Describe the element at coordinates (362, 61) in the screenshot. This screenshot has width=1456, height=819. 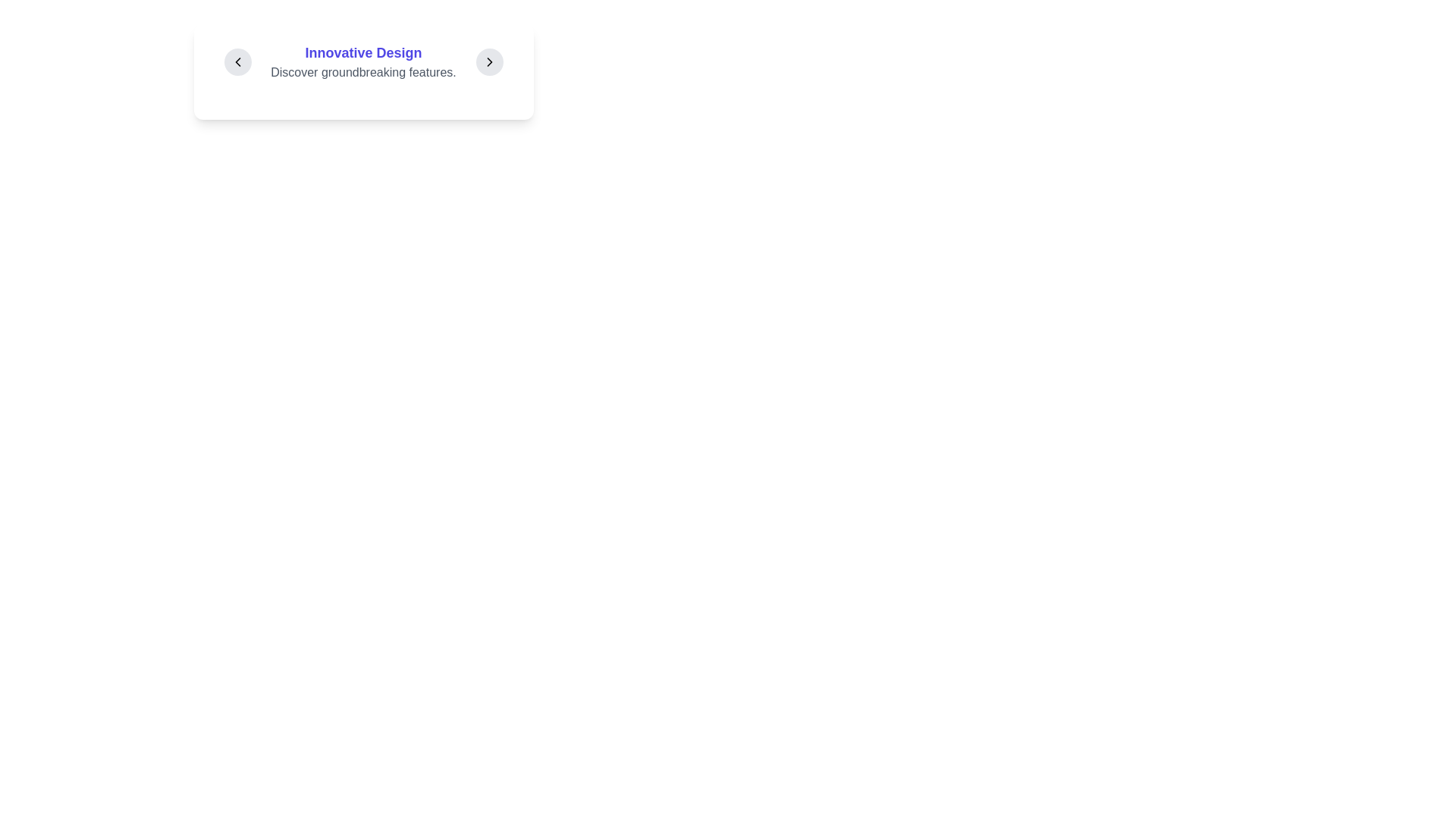
I see `the prominent text block that contains the bold indigo text 'Innovative Design' and the standard gray text 'Discover groundbreaking features.'` at that location.